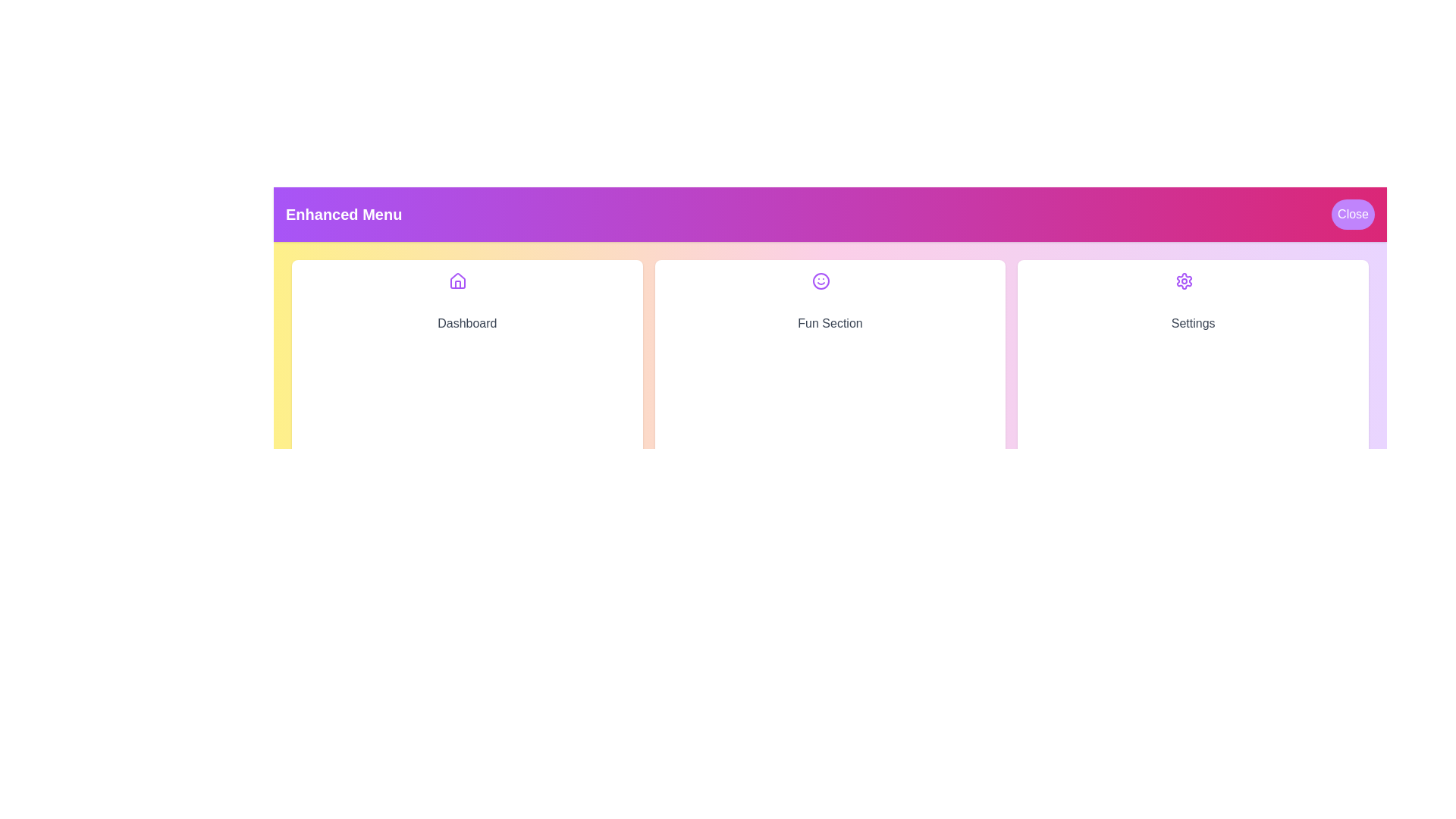 This screenshot has height=819, width=1456. What do you see at coordinates (1192, 290) in the screenshot?
I see `the icon corresponding to Settings` at bounding box center [1192, 290].